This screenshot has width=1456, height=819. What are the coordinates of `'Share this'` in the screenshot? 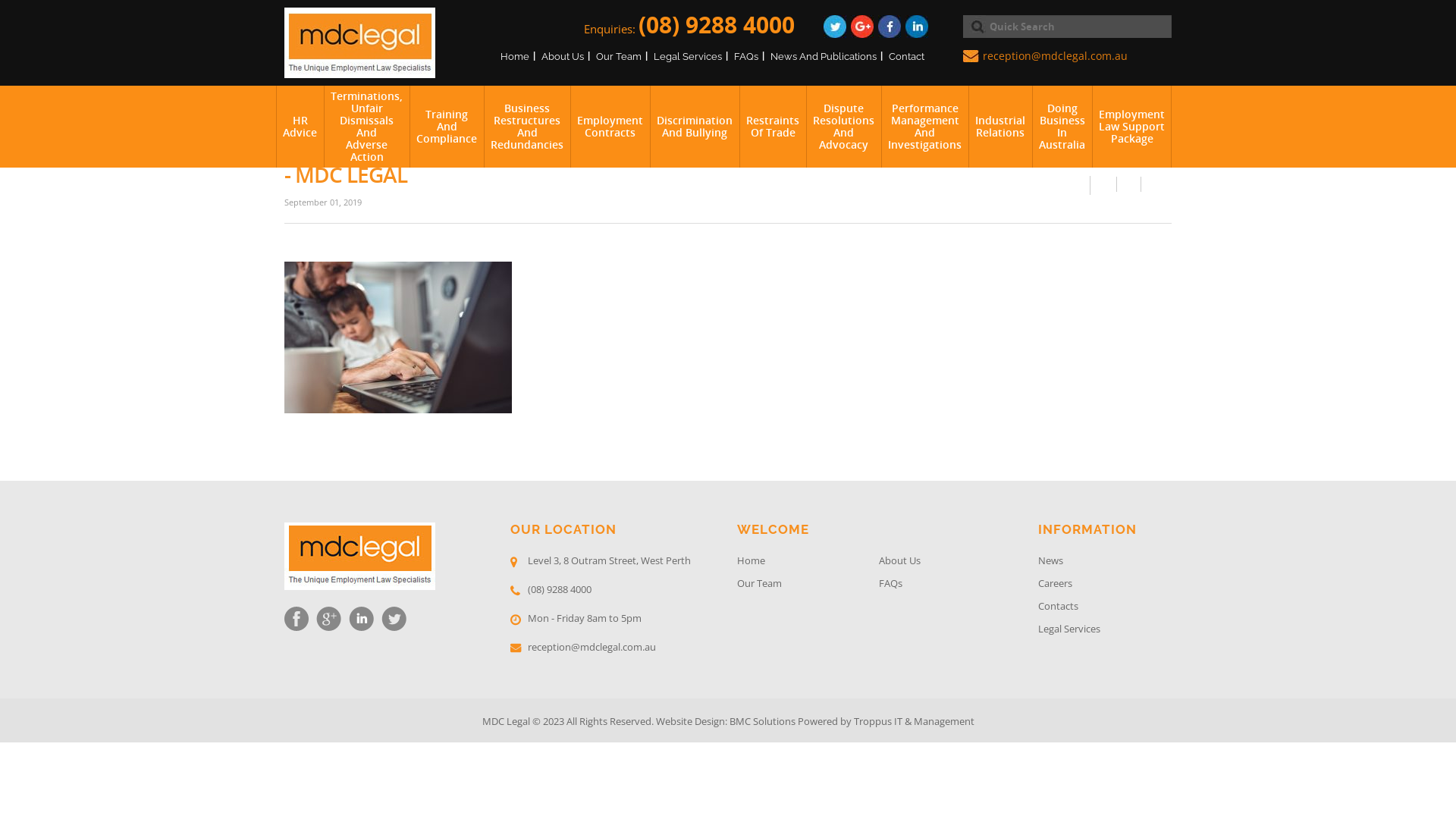 It's located at (1103, 184).